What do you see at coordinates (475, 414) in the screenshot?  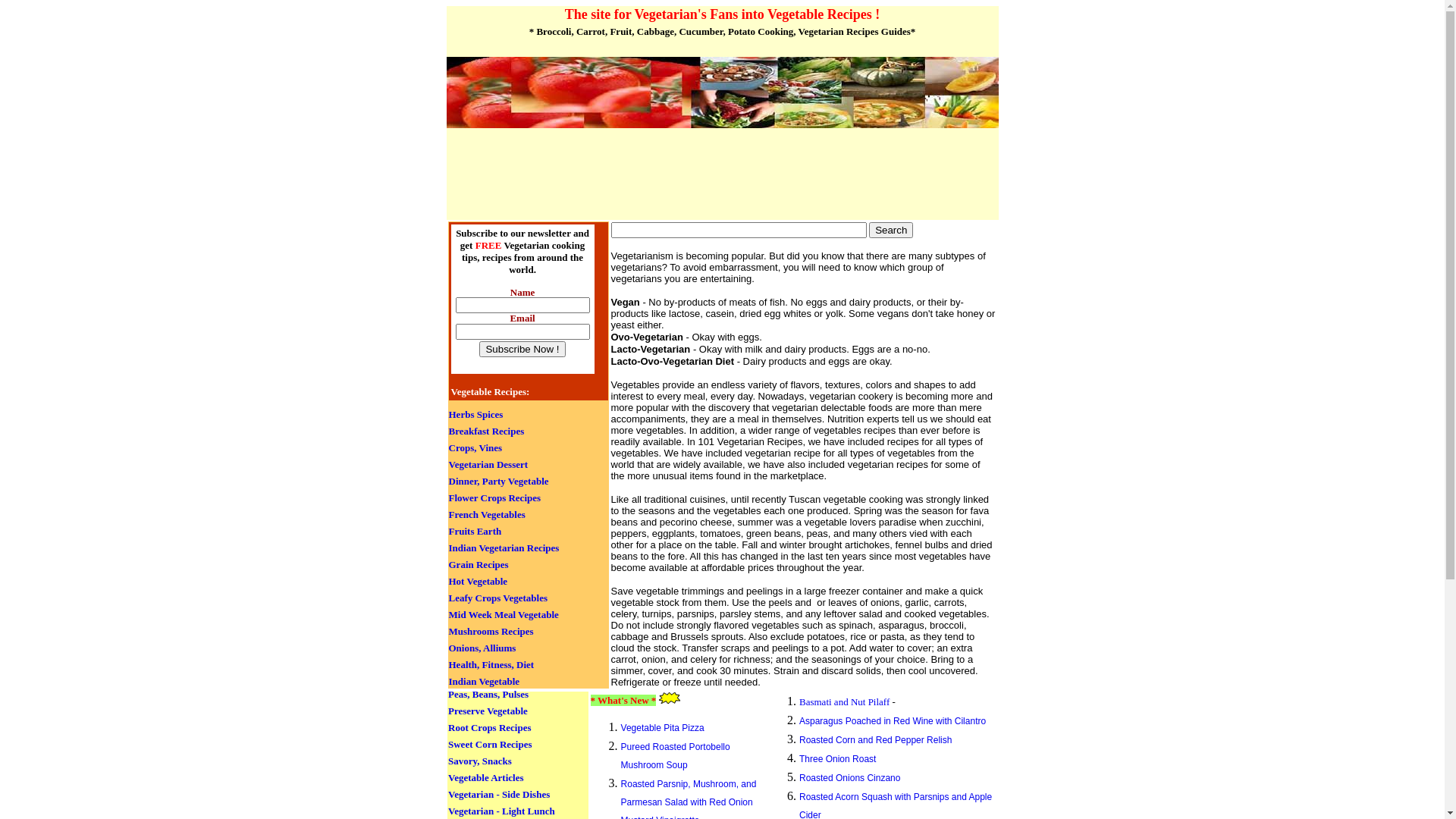 I see `'Herbs Spices'` at bounding box center [475, 414].